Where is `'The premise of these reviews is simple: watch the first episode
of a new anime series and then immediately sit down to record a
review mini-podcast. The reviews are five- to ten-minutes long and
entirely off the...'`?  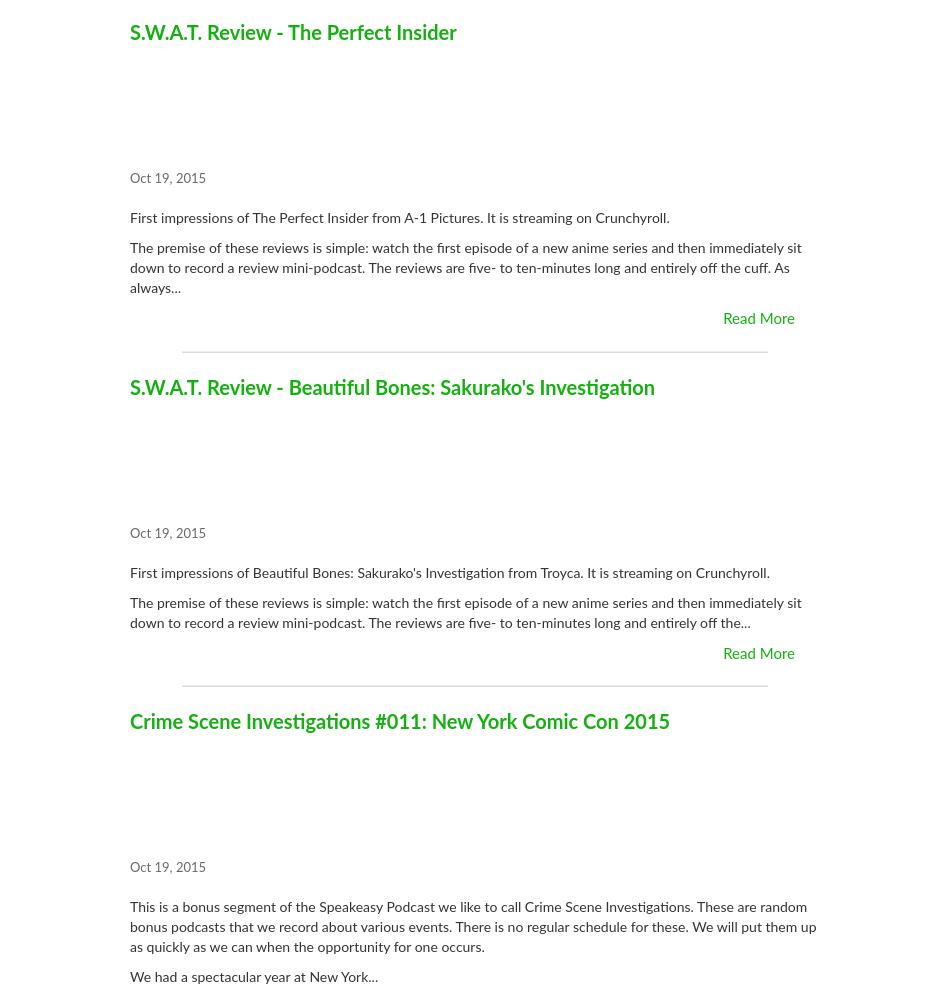
'The premise of these reviews is simple: watch the first episode
of a new anime series and then immediately sit down to record a
review mini-podcast. The reviews are five- to ten-minutes long and
entirely off the...' is located at coordinates (464, 612).